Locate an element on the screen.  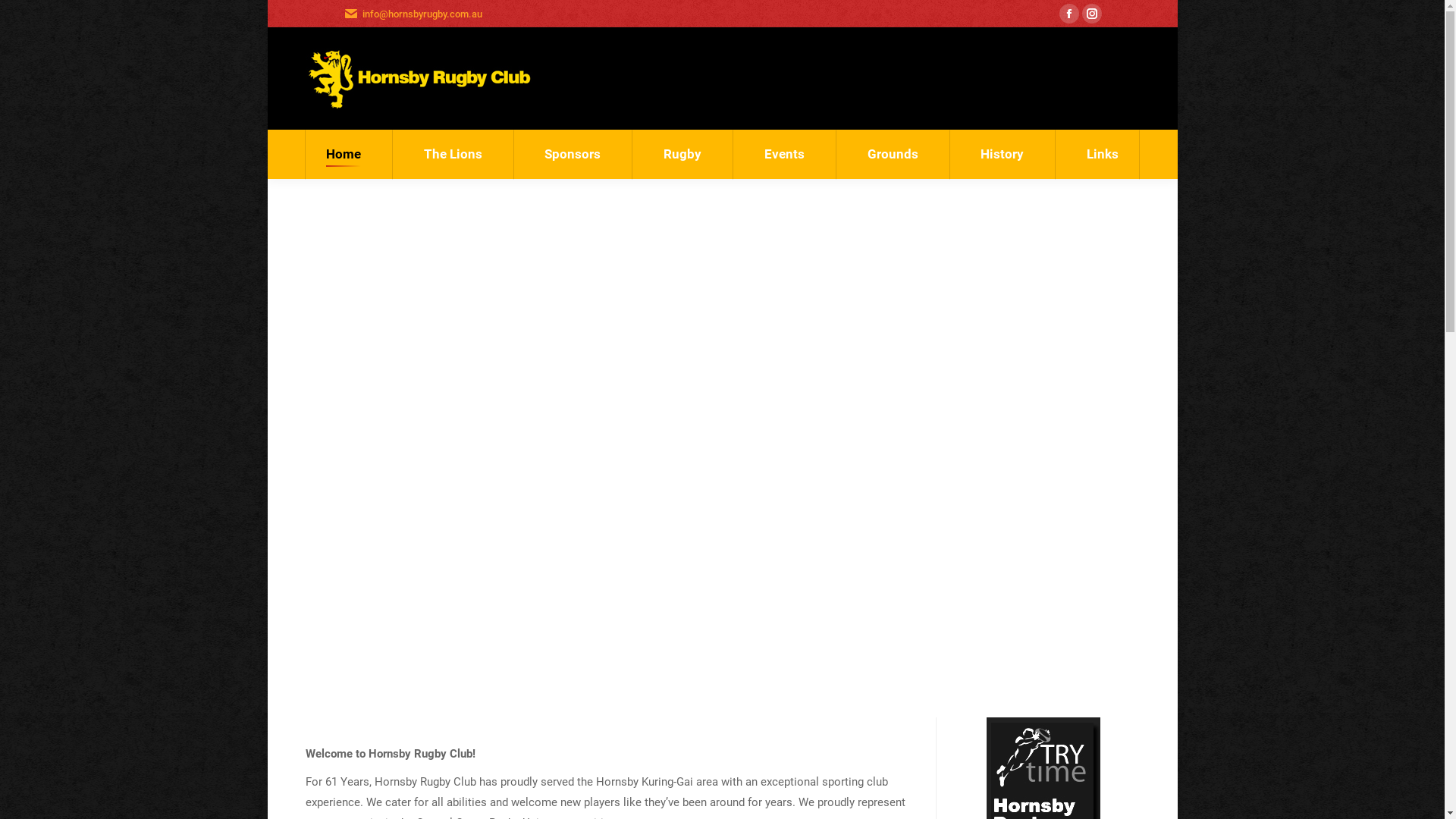
'Links' is located at coordinates (1103, 154).